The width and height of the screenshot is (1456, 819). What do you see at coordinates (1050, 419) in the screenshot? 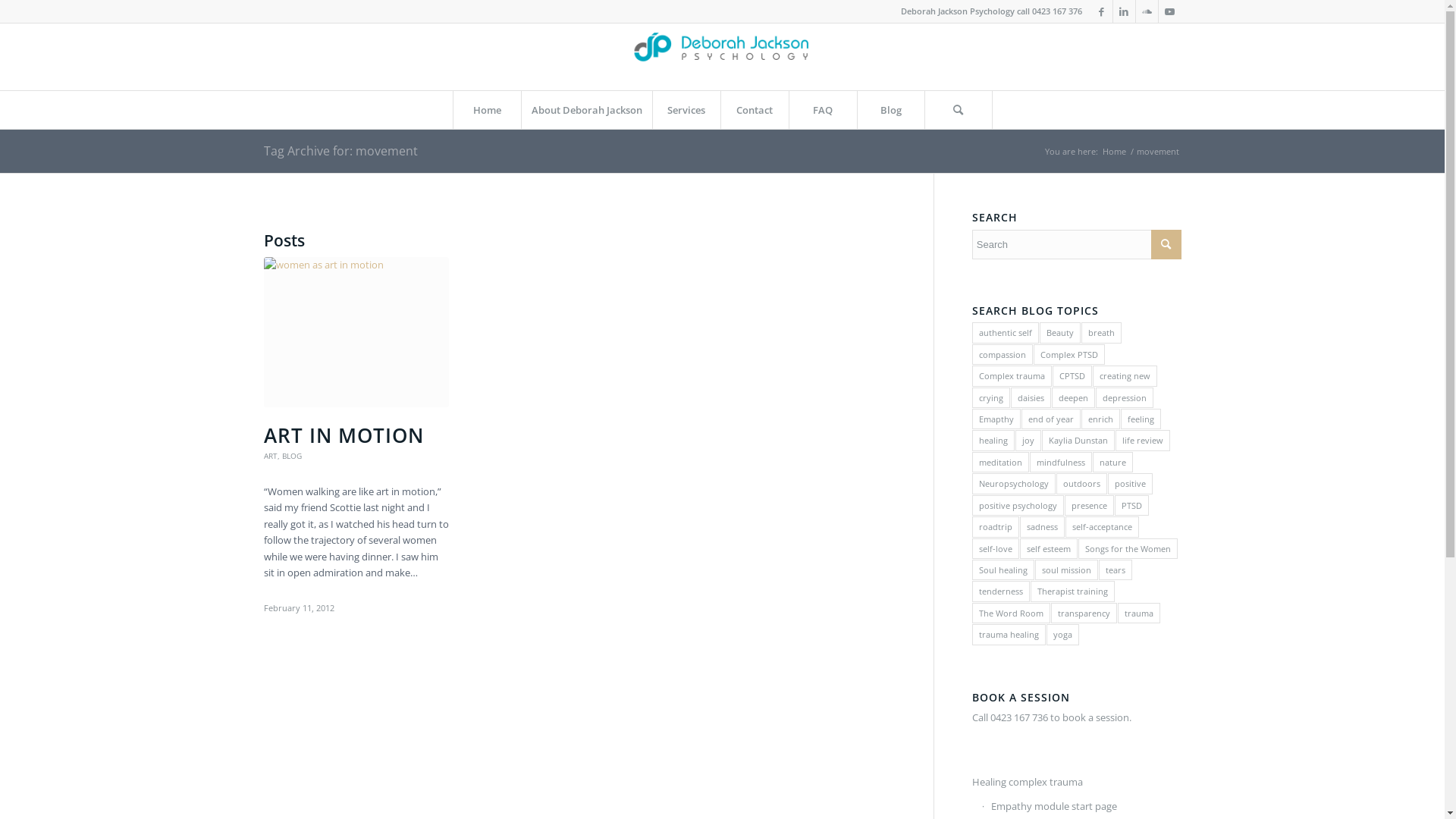
I see `'end of year'` at bounding box center [1050, 419].